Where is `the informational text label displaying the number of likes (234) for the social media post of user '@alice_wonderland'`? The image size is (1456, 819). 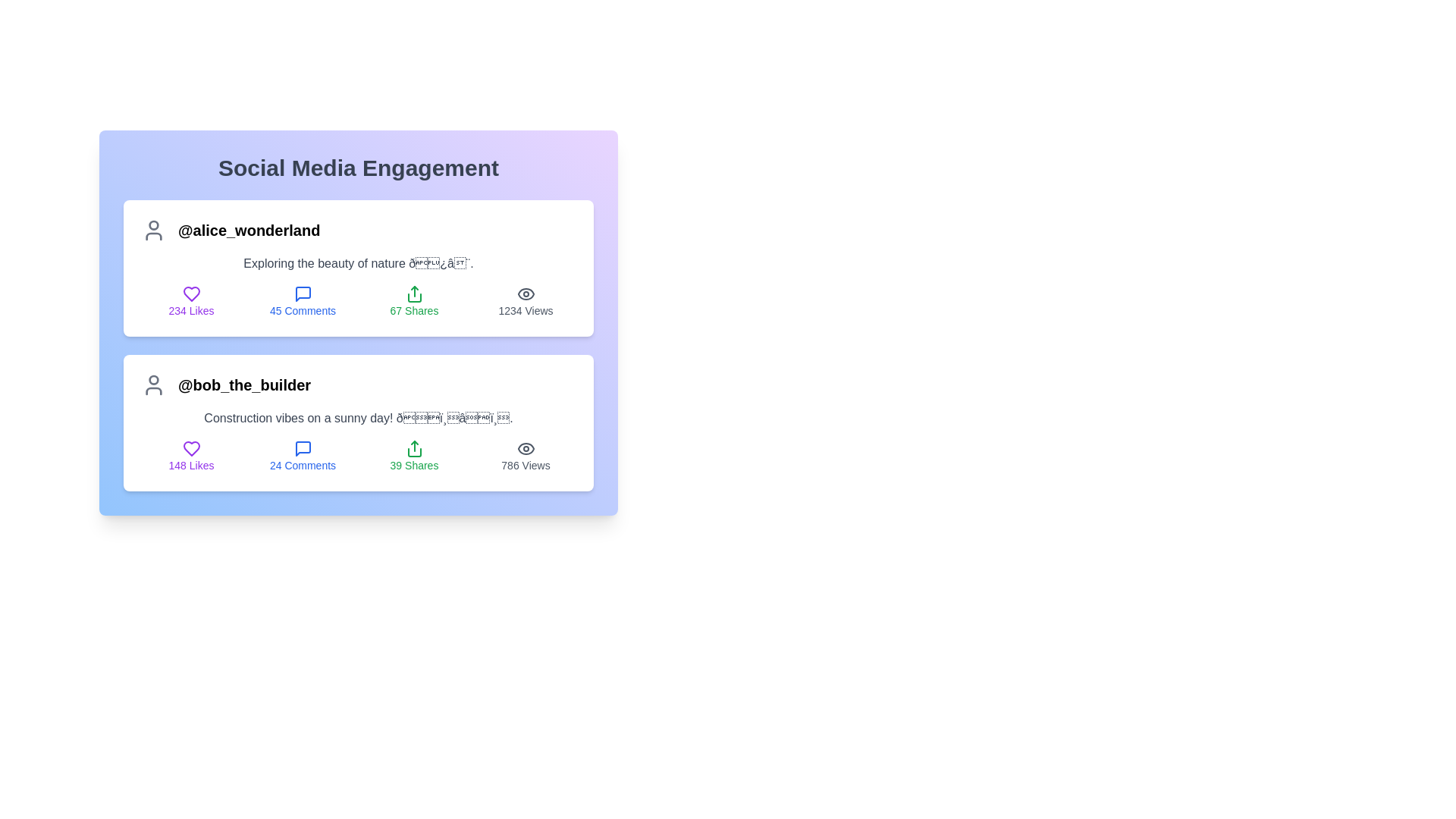
the informational text label displaying the number of likes (234) for the social media post of user '@alice_wonderland' is located at coordinates (190, 309).